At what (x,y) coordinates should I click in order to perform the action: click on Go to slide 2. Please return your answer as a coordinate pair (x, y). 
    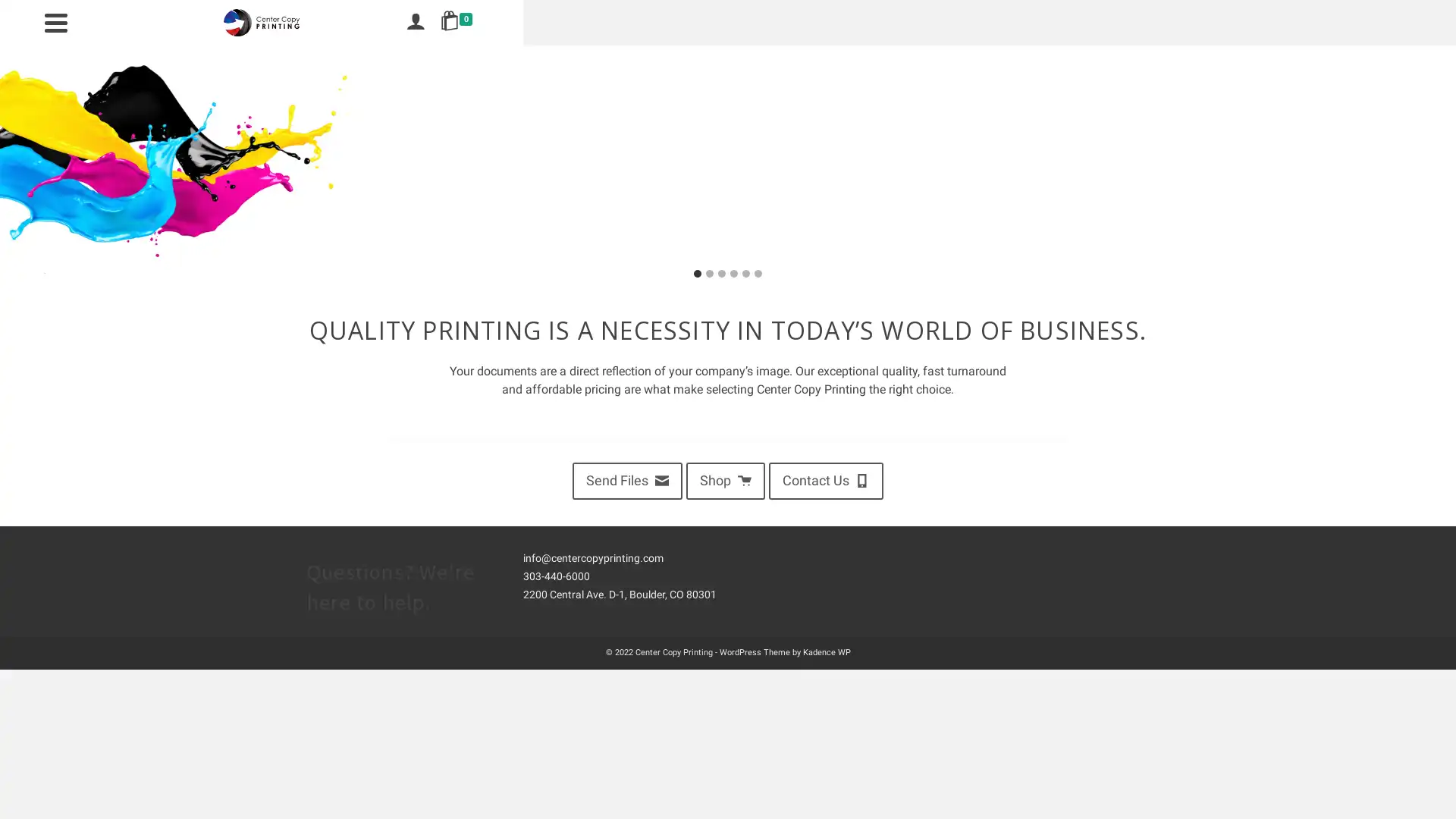
    Looking at the image, I should click on (708, 371).